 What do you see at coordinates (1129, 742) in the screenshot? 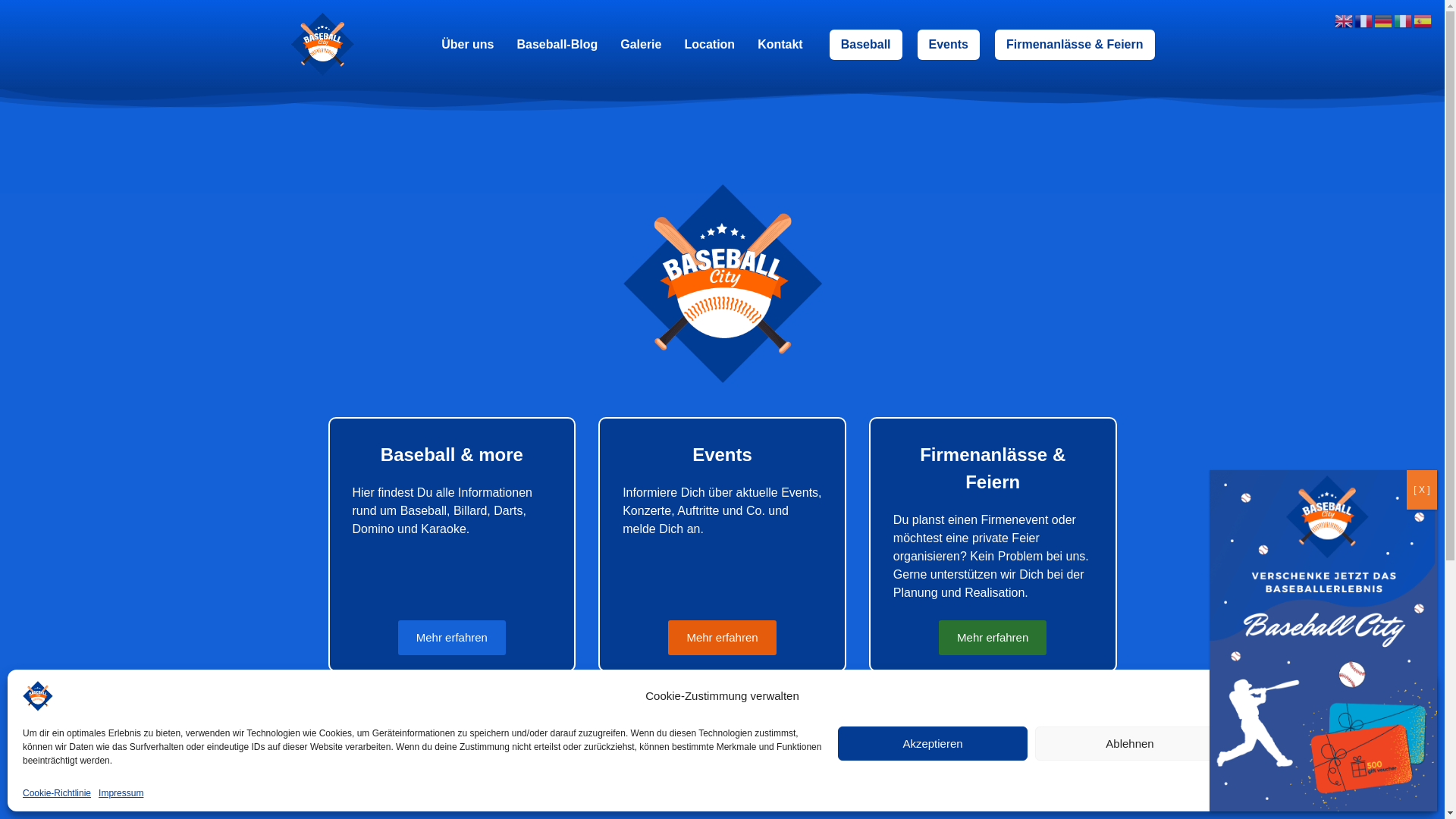
I see `'Ablehnen'` at bounding box center [1129, 742].